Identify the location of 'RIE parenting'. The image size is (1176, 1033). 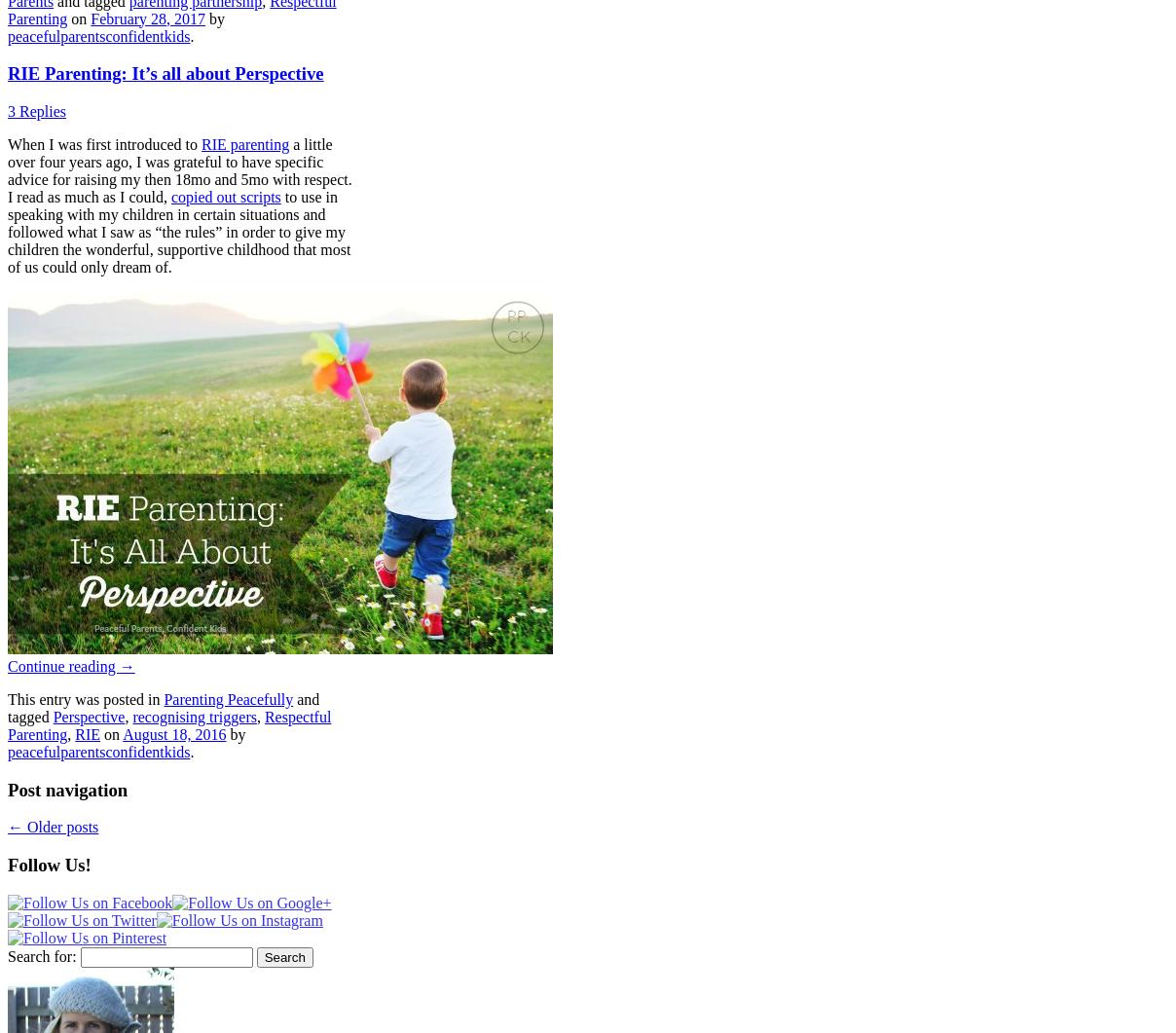
(244, 144).